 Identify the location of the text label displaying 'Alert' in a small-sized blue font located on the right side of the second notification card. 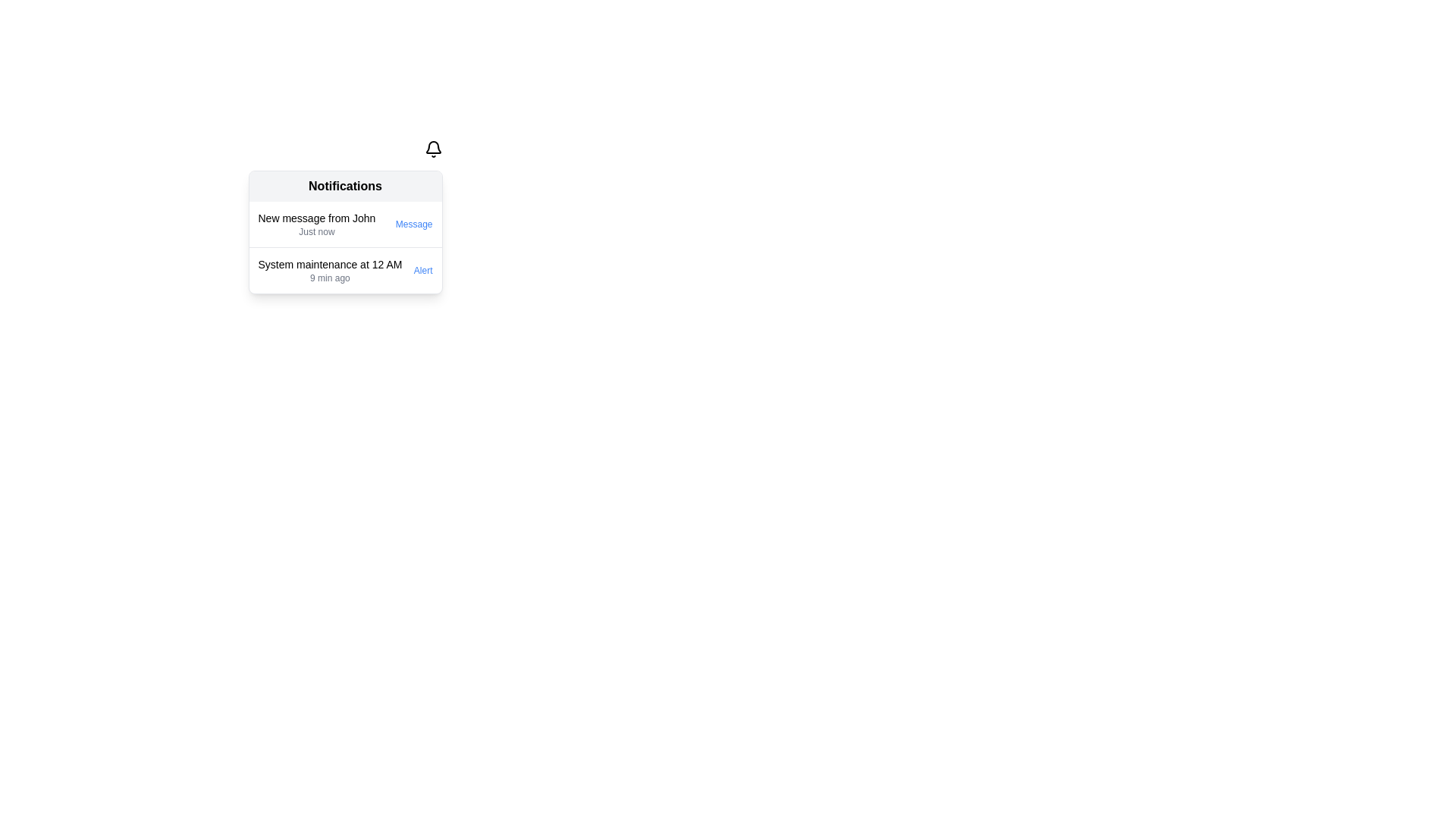
(420, 270).